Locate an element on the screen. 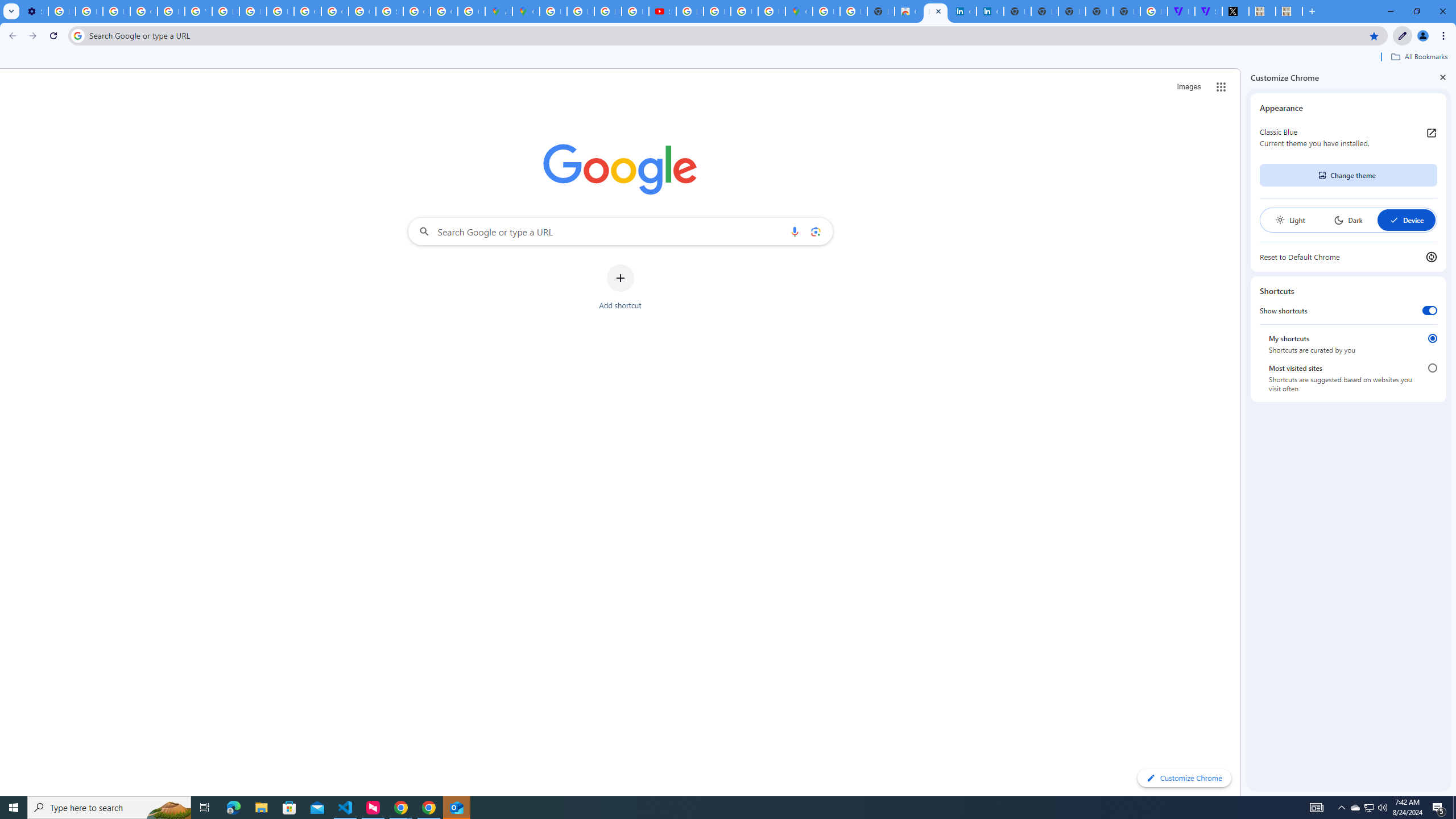  'Learn how to find your photos - Google Photos Help' is located at coordinates (88, 11).